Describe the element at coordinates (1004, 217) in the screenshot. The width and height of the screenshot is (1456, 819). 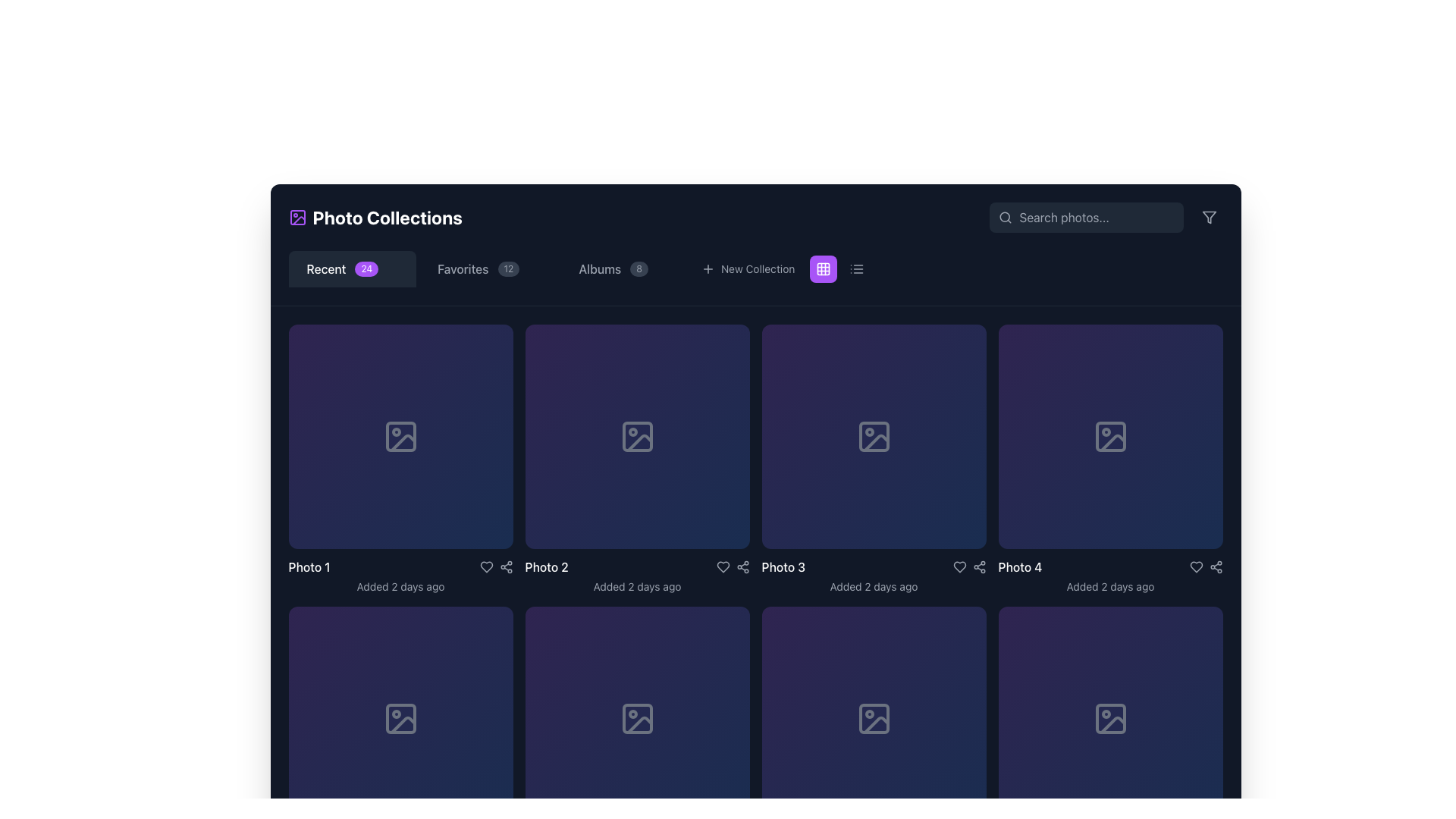
I see `the circular icon of the magnifying glass, which is part of the search functionality located in the top-right corner of the interface` at that location.